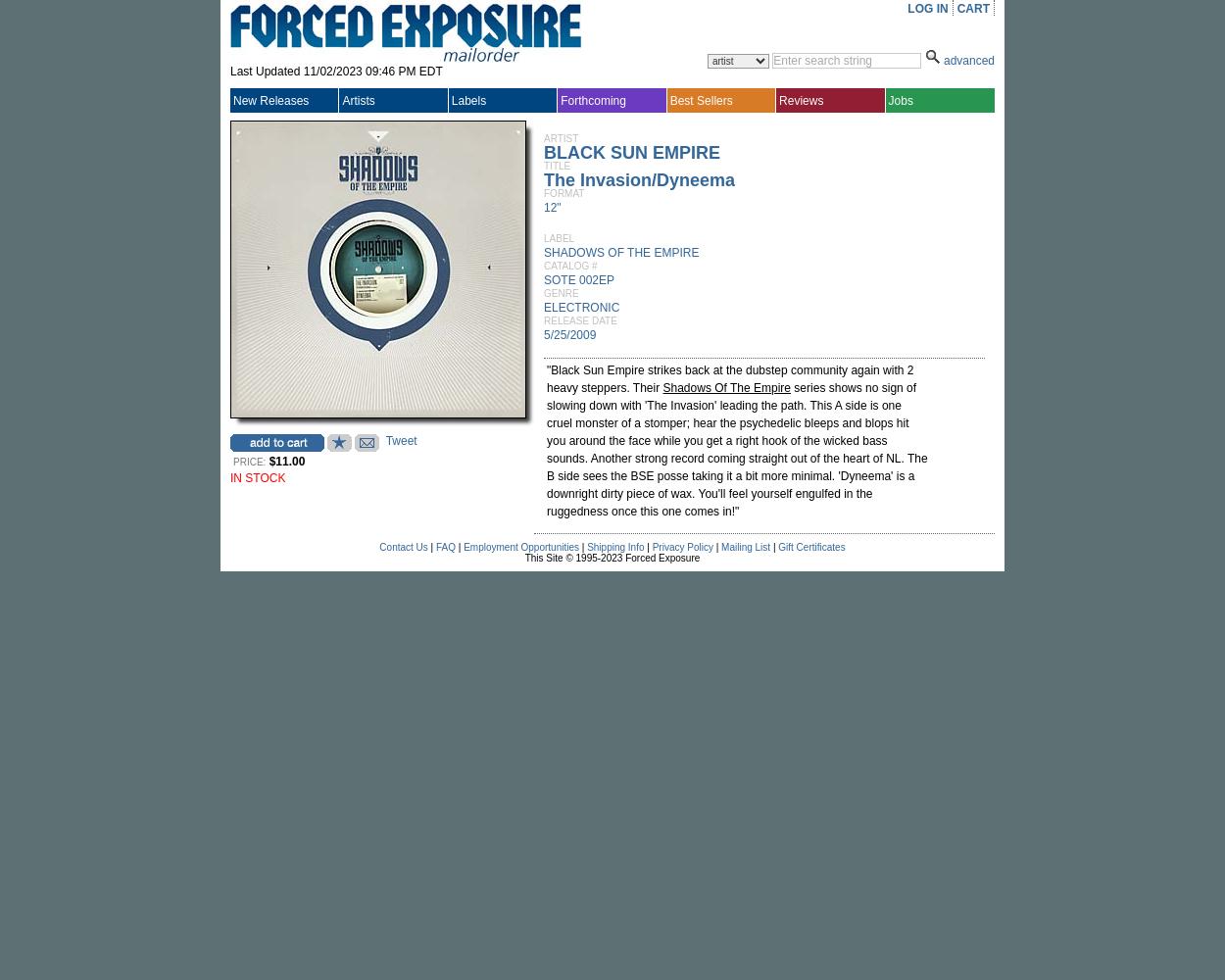 This screenshot has height=980, width=1225. What do you see at coordinates (941, 61) in the screenshot?
I see `'advanced'` at bounding box center [941, 61].